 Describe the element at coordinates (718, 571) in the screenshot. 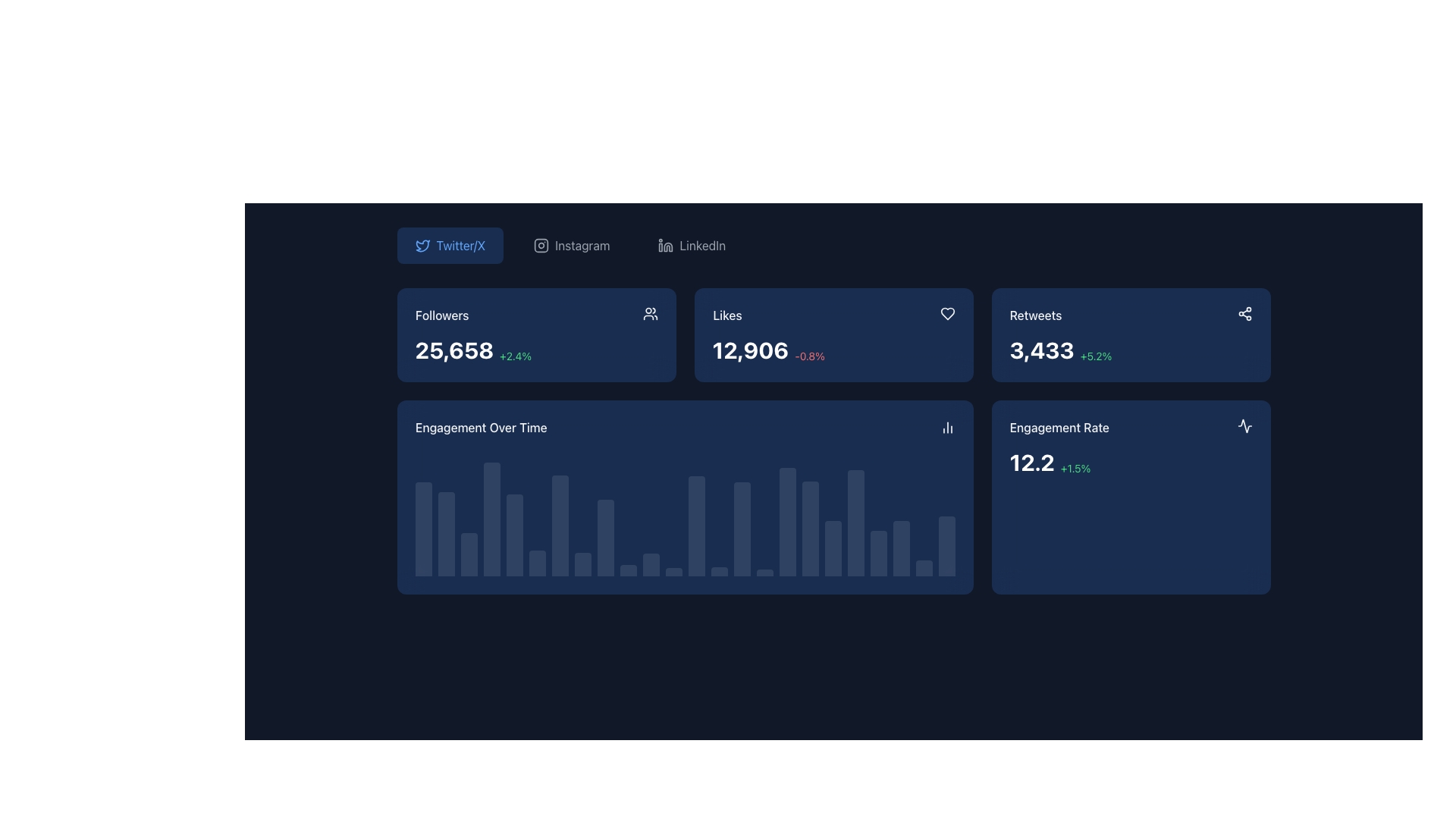

I see `bar element representing a data point in the bar chart located at the bottom center of the interface` at that location.